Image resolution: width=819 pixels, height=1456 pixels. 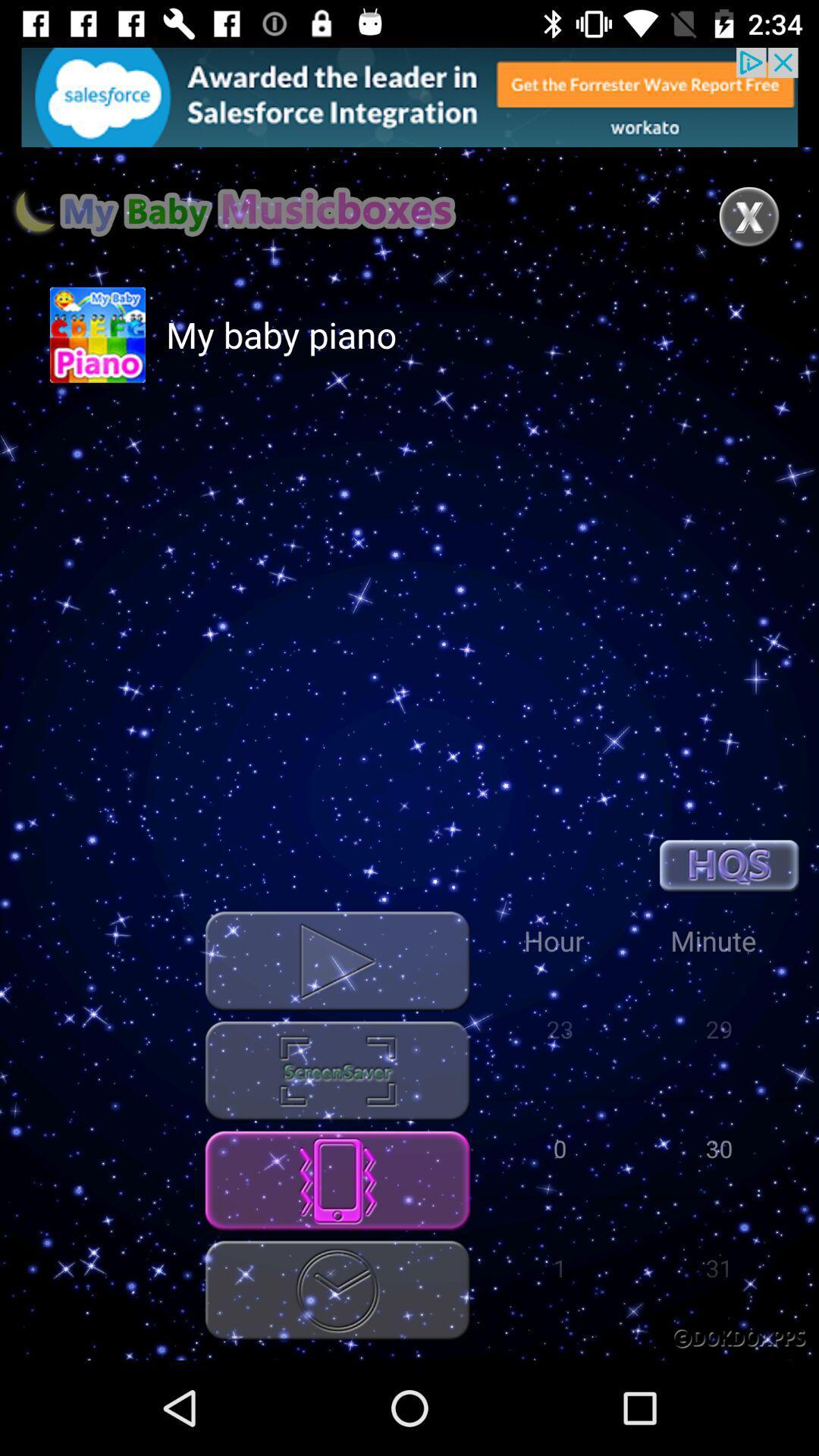 I want to click on the settings icon, so click(x=337, y=1070).